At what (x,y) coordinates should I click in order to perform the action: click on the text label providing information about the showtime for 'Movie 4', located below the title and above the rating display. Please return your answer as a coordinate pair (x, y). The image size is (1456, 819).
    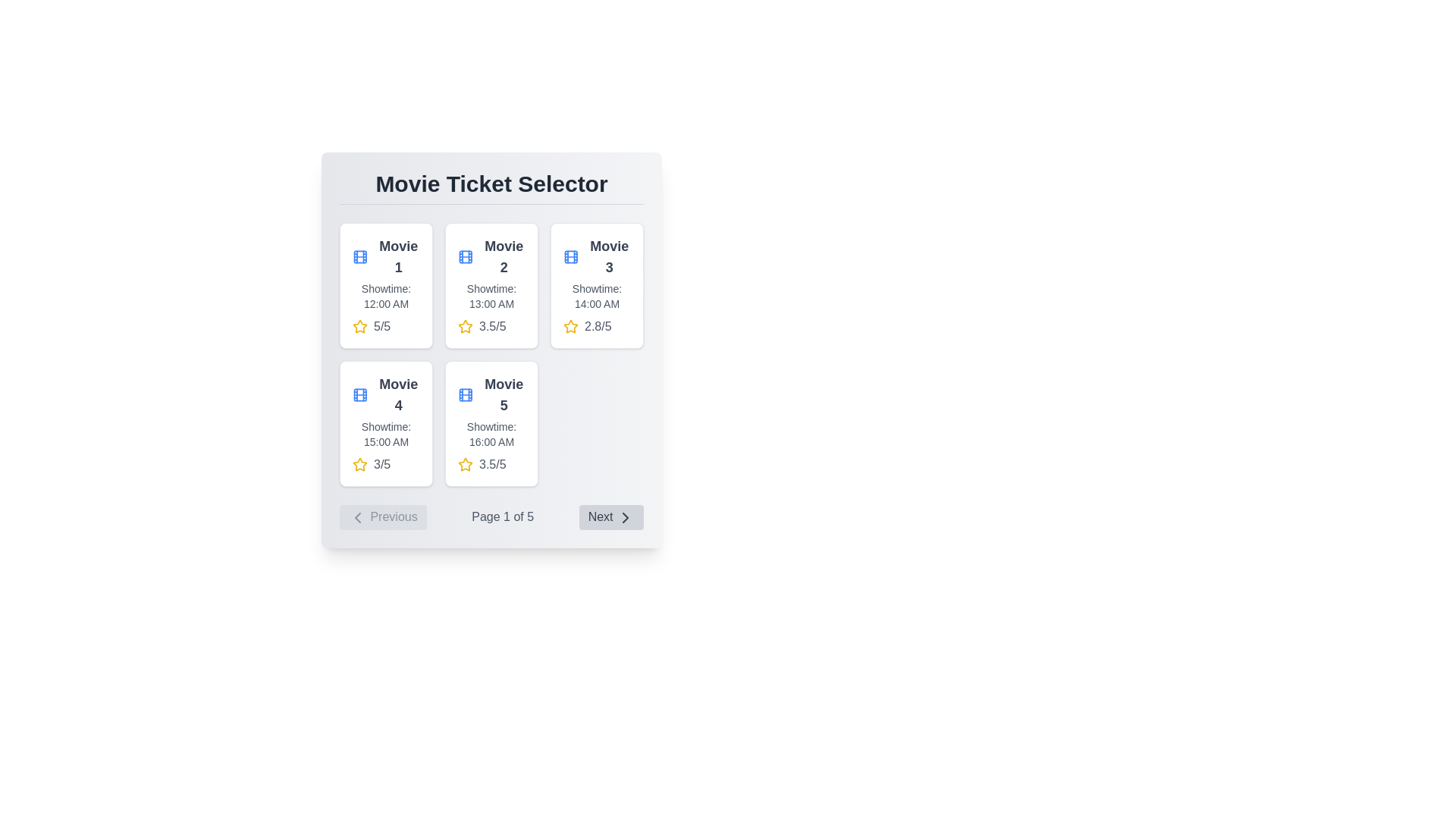
    Looking at the image, I should click on (386, 435).